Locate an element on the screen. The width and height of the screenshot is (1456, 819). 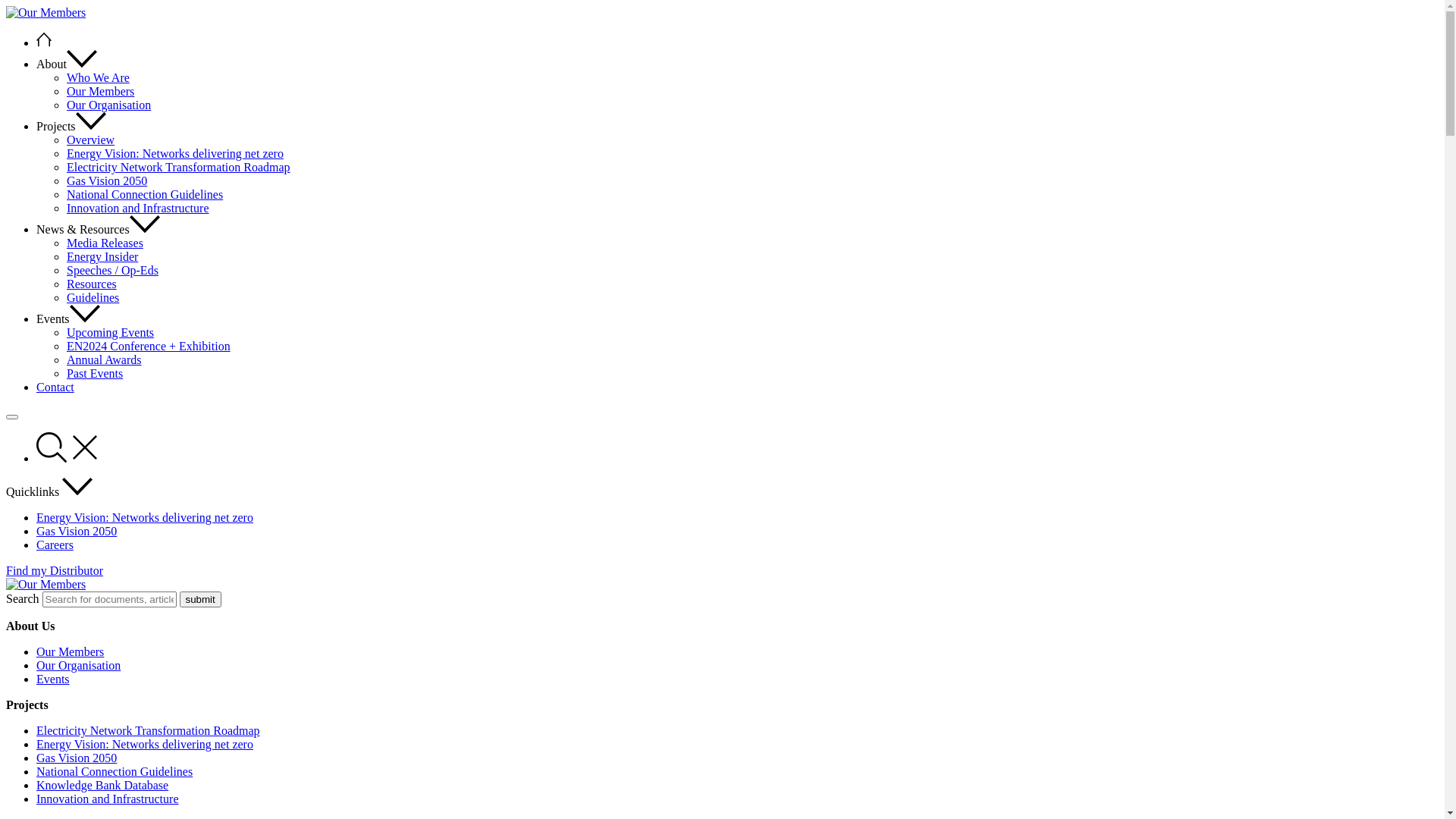
'Media Releases' is located at coordinates (104, 242).